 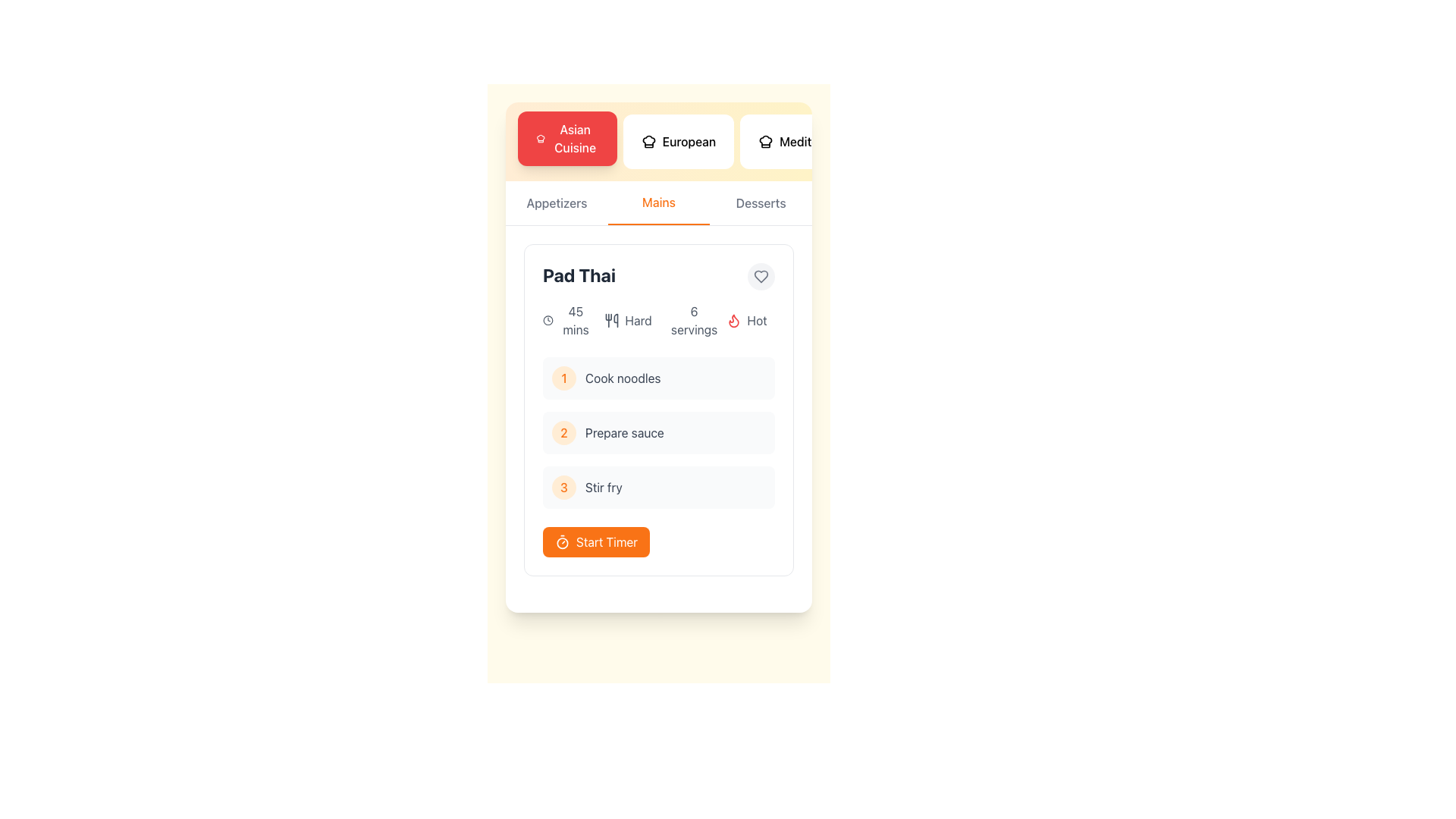 What do you see at coordinates (766, 141) in the screenshot?
I see `the chef's hat icon within the 'Mediterranean' button` at bounding box center [766, 141].